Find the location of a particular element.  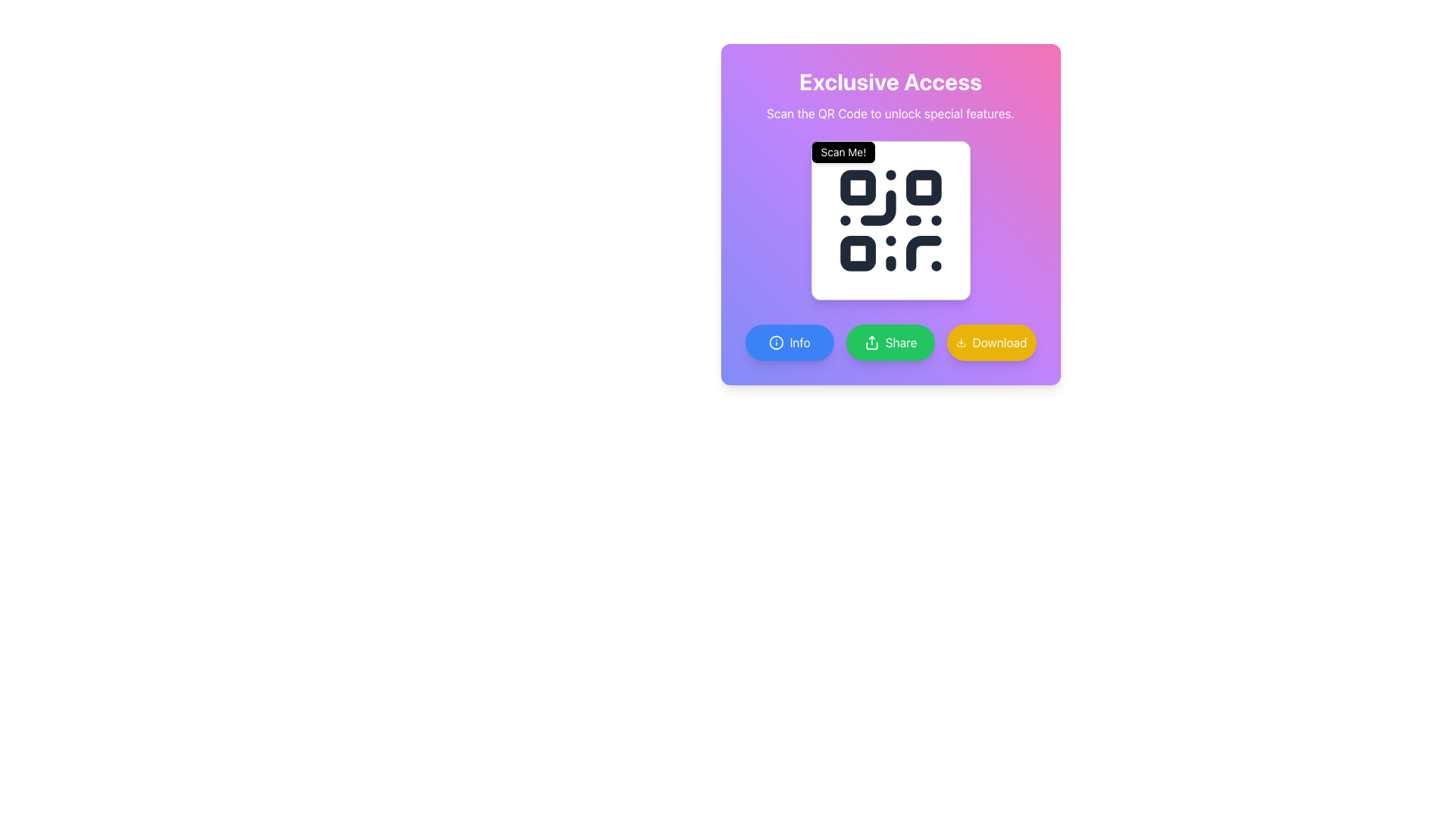

the Information header with the text 'Exclusive Access' which features a bold heading and smaller descriptive text, styled in white on a gradient purple-pink background, located at the top-central region of the interface is located at coordinates (890, 96).